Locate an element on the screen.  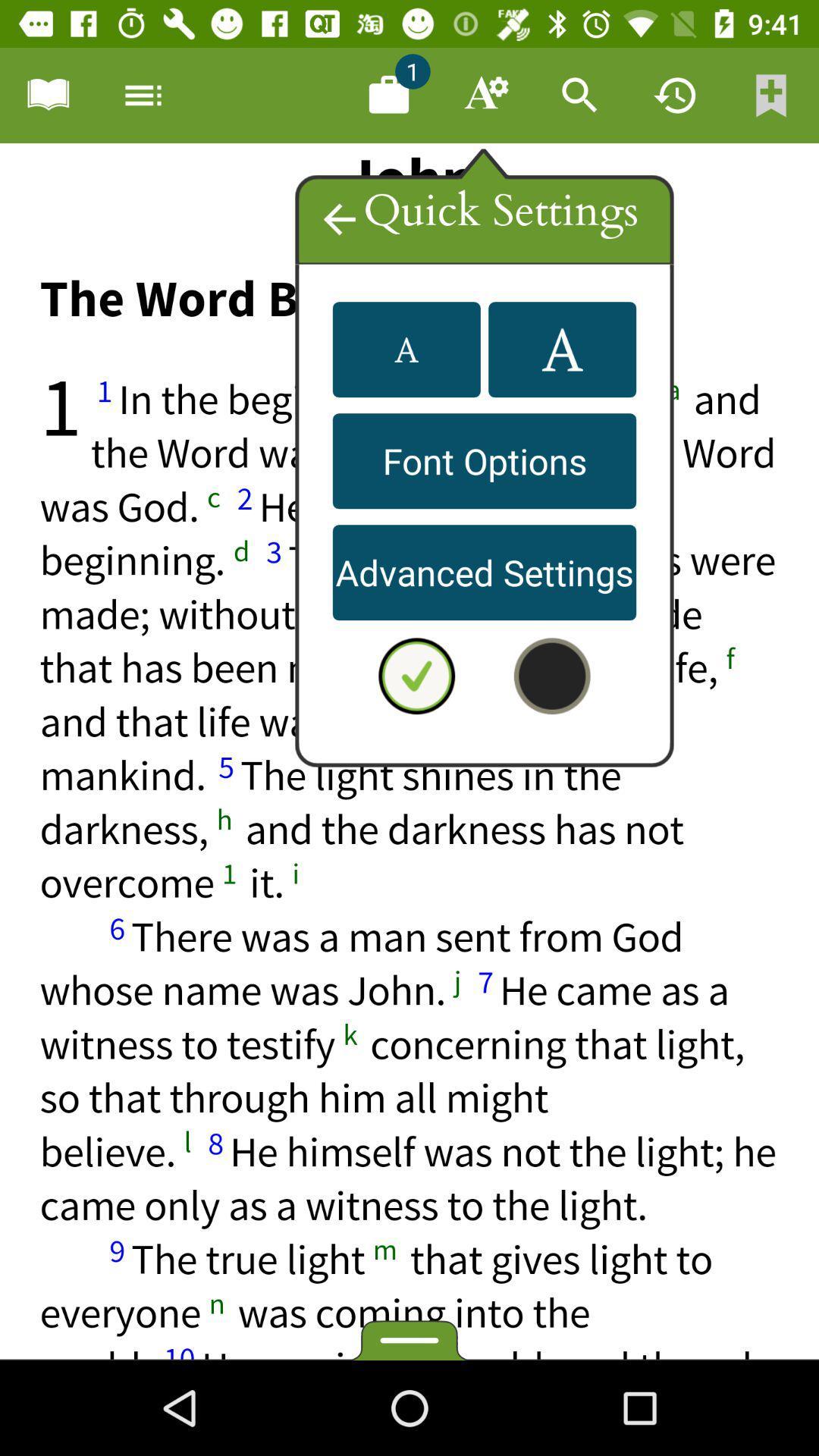
bookmark the current page is located at coordinates (771, 94).